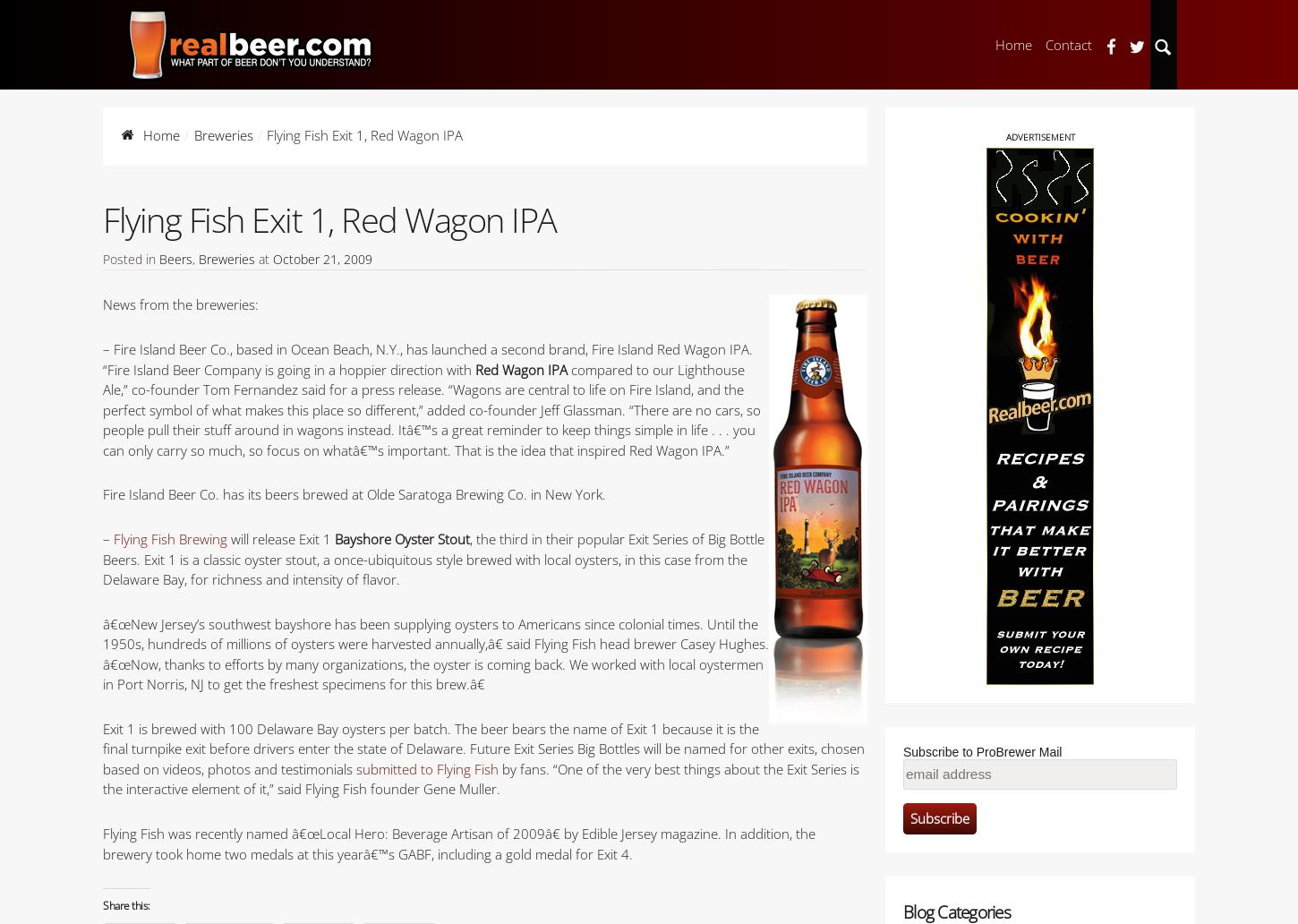  What do you see at coordinates (401, 538) in the screenshot?
I see `'Bayshore Oyster Stout'` at bounding box center [401, 538].